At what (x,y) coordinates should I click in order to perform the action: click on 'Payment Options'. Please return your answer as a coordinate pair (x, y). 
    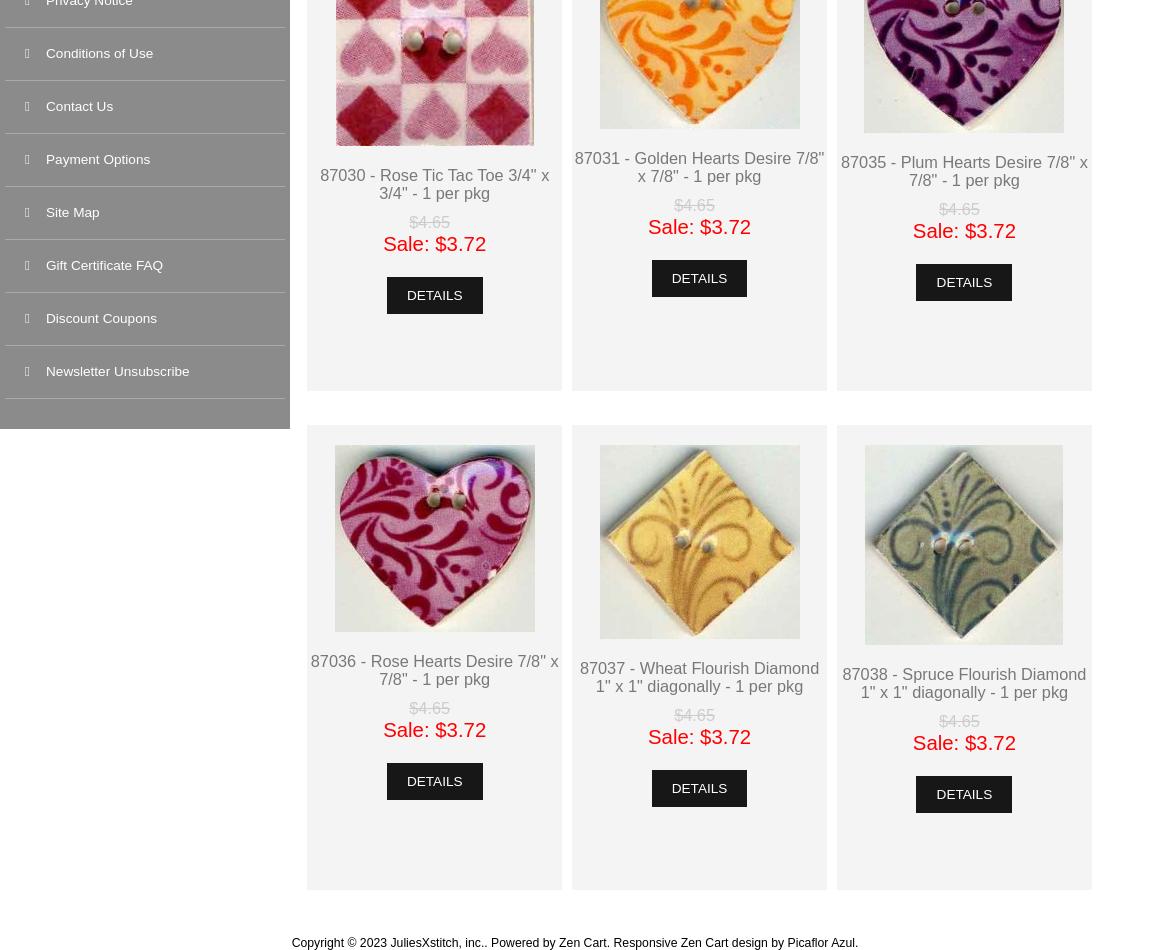
    Looking at the image, I should click on (96, 159).